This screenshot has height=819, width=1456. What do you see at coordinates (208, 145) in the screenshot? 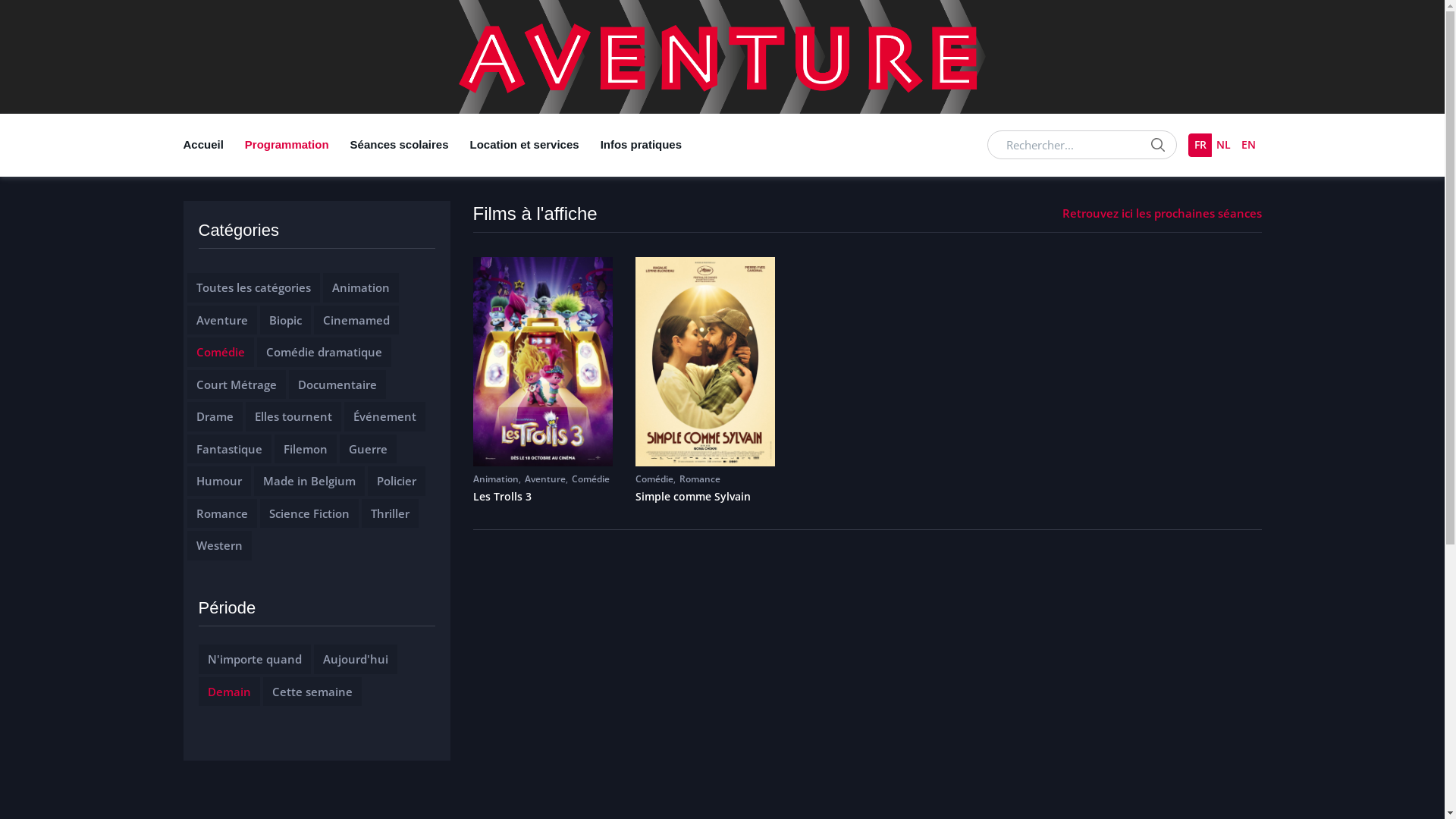
I see `'Accueil'` at bounding box center [208, 145].